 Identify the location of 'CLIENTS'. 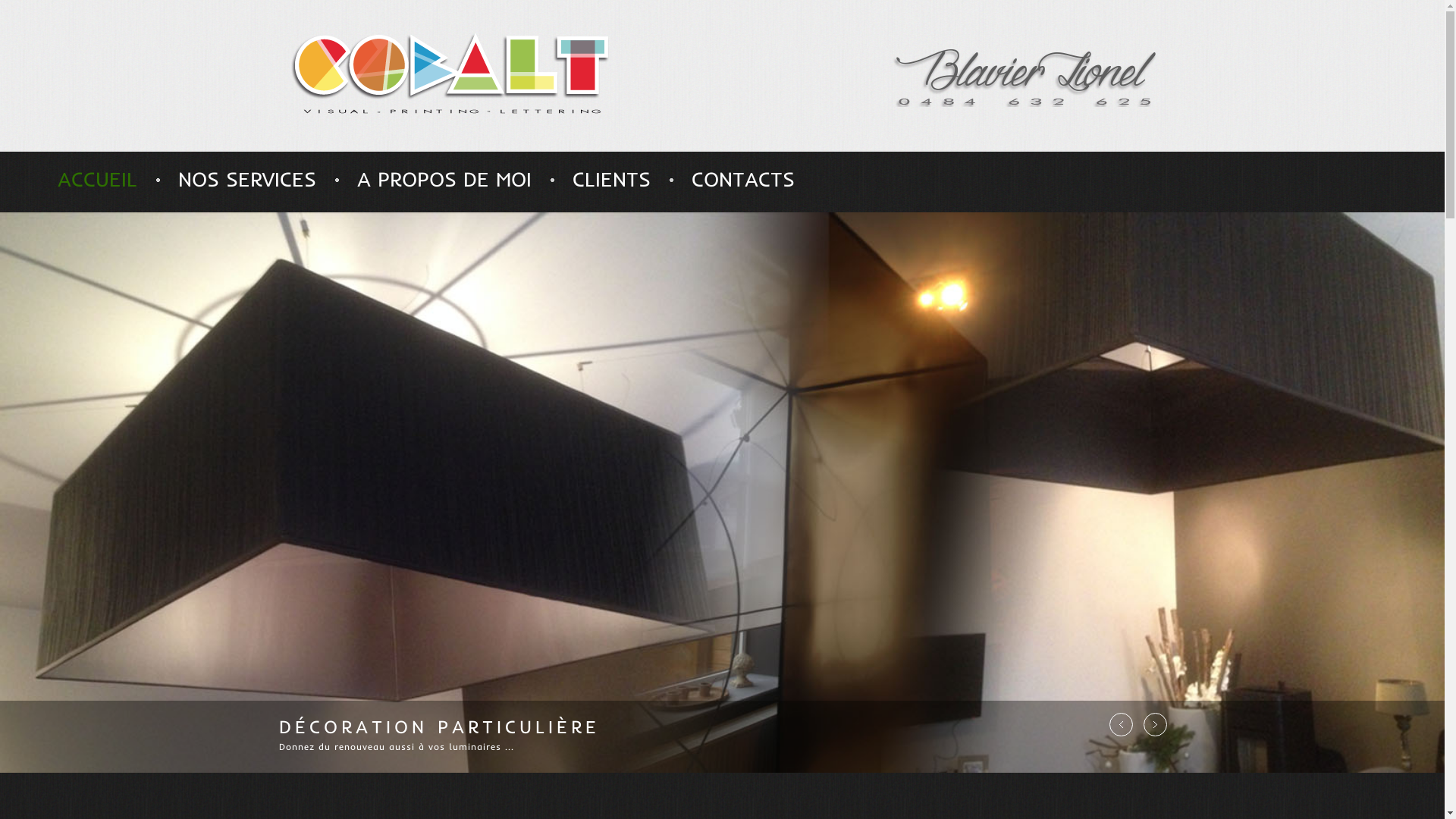
(571, 178).